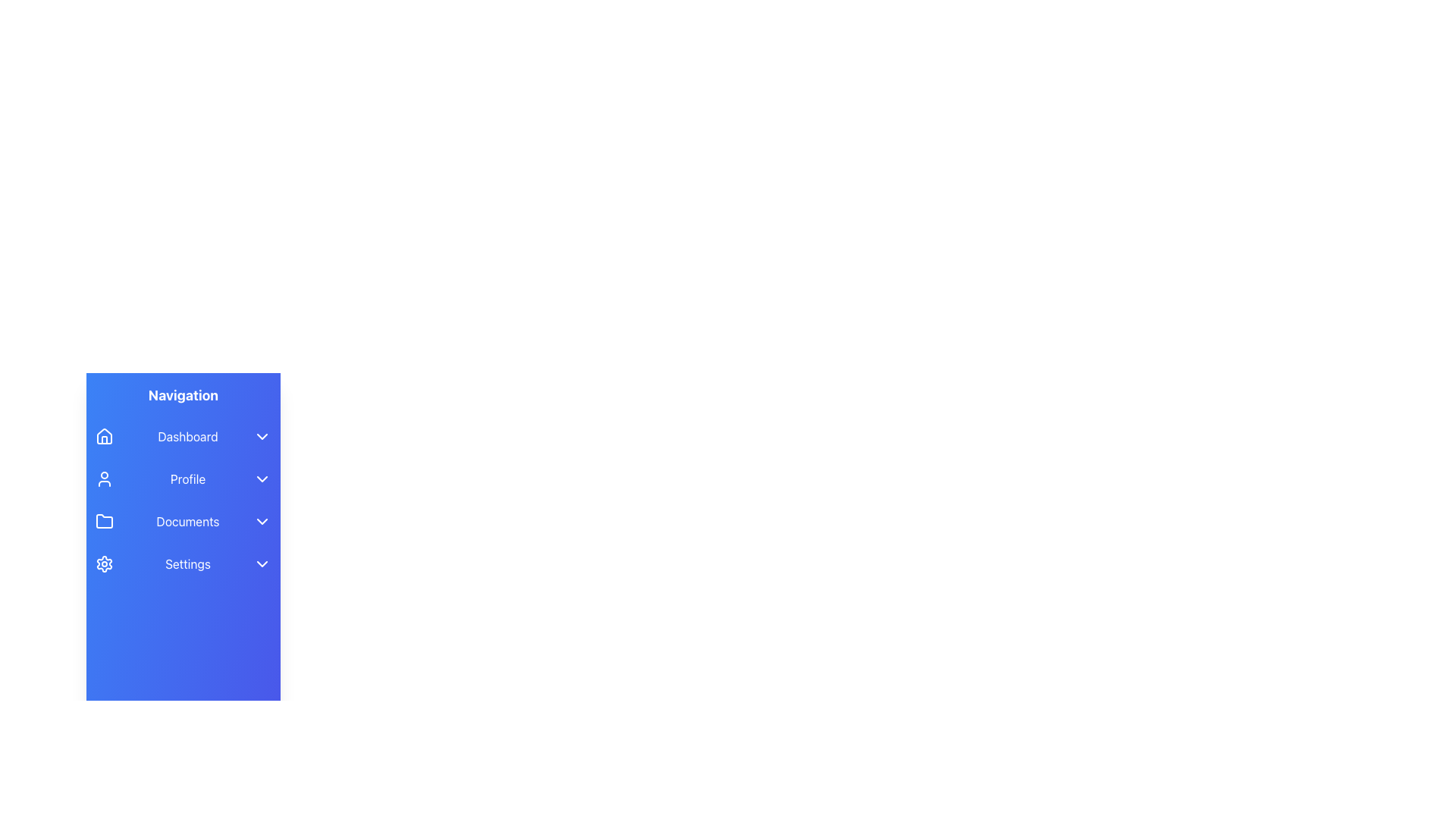  I want to click on the cogwheel icon located in the vertical navigation menu to the left of the 'Settings' text label, which represents settings or options, so click(104, 564).